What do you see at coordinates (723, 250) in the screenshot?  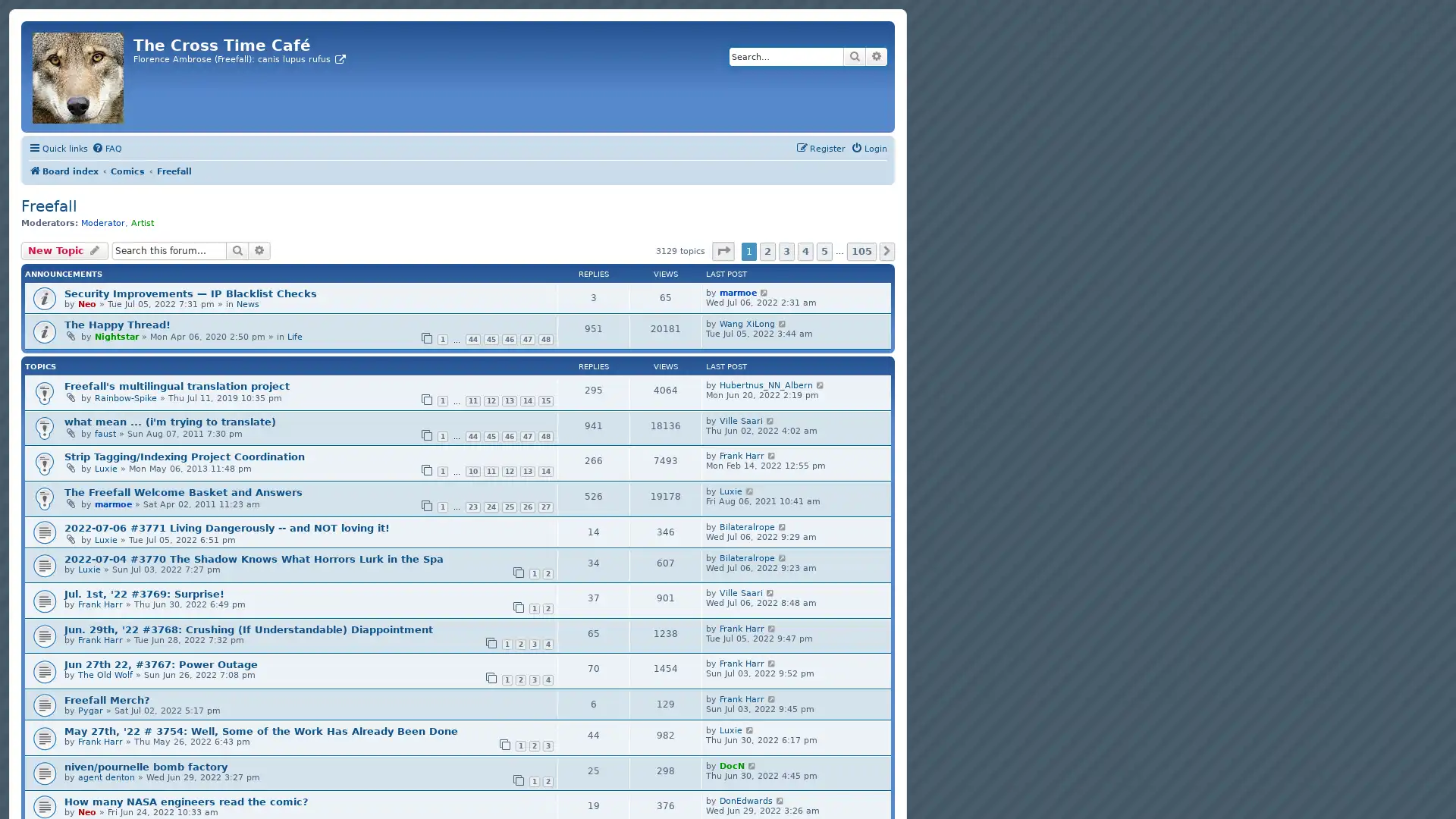 I see `Page 1 of 105` at bounding box center [723, 250].